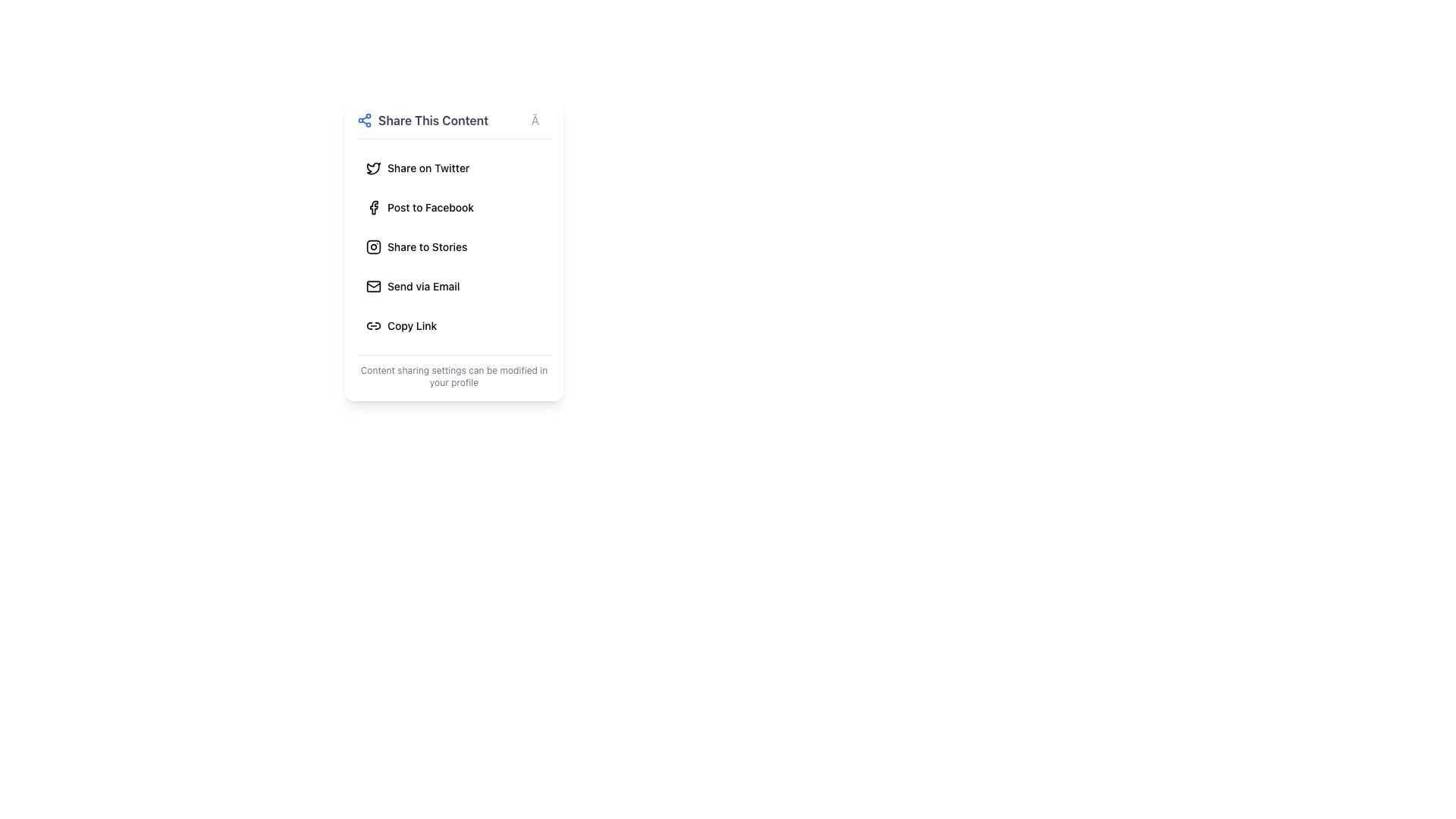  What do you see at coordinates (374, 207) in the screenshot?
I see `the Facebook icon, which features a minimalist 'f' logo, located to the left of the text 'Post to Facebook' in the share menu` at bounding box center [374, 207].